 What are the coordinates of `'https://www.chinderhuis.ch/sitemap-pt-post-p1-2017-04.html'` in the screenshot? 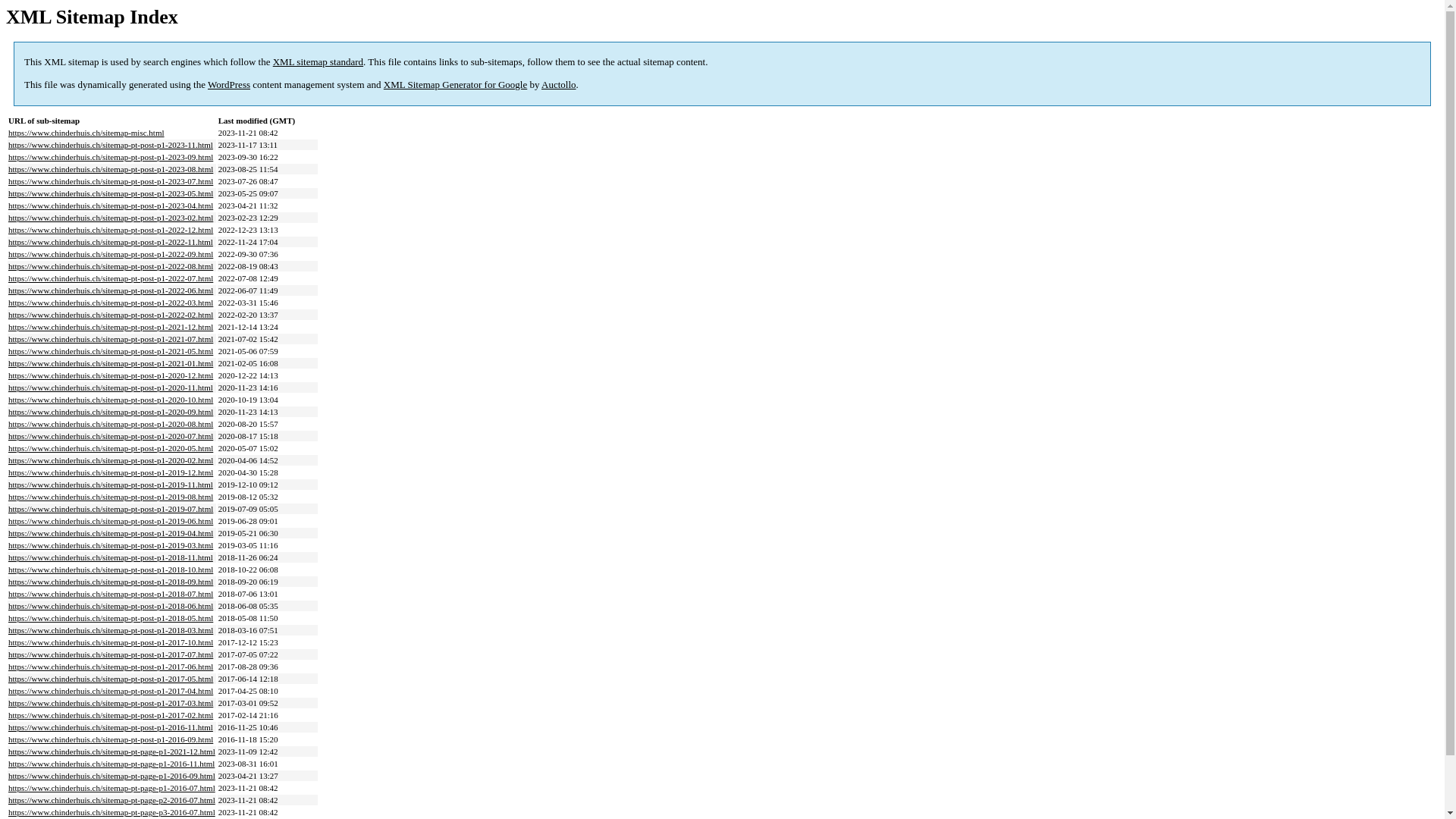 It's located at (109, 690).